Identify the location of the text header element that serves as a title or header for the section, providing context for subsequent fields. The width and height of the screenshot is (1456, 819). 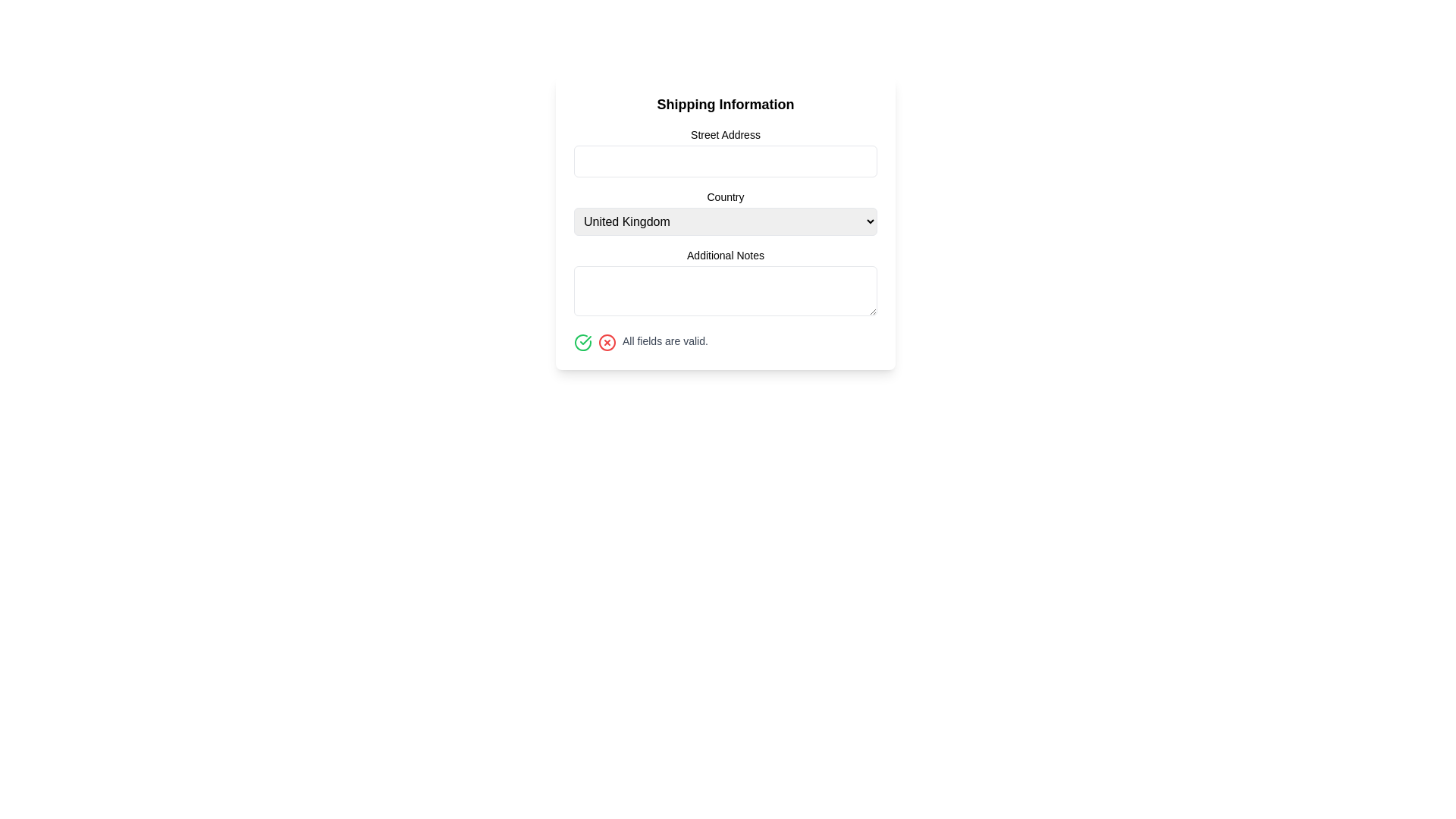
(724, 104).